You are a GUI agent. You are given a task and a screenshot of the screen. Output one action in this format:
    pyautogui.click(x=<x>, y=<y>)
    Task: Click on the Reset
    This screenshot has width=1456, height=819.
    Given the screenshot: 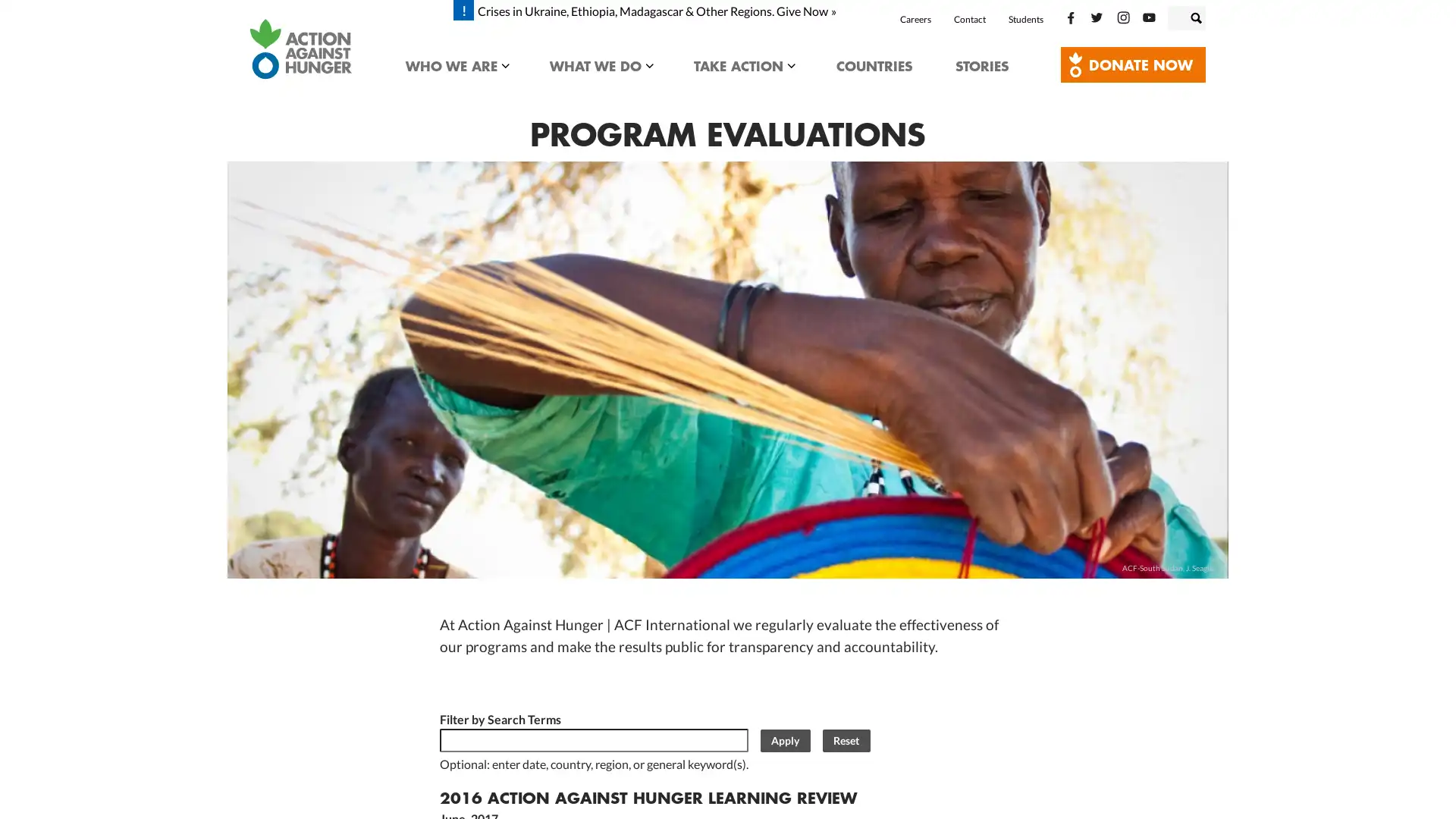 What is the action you would take?
    pyautogui.click(x=845, y=739)
    